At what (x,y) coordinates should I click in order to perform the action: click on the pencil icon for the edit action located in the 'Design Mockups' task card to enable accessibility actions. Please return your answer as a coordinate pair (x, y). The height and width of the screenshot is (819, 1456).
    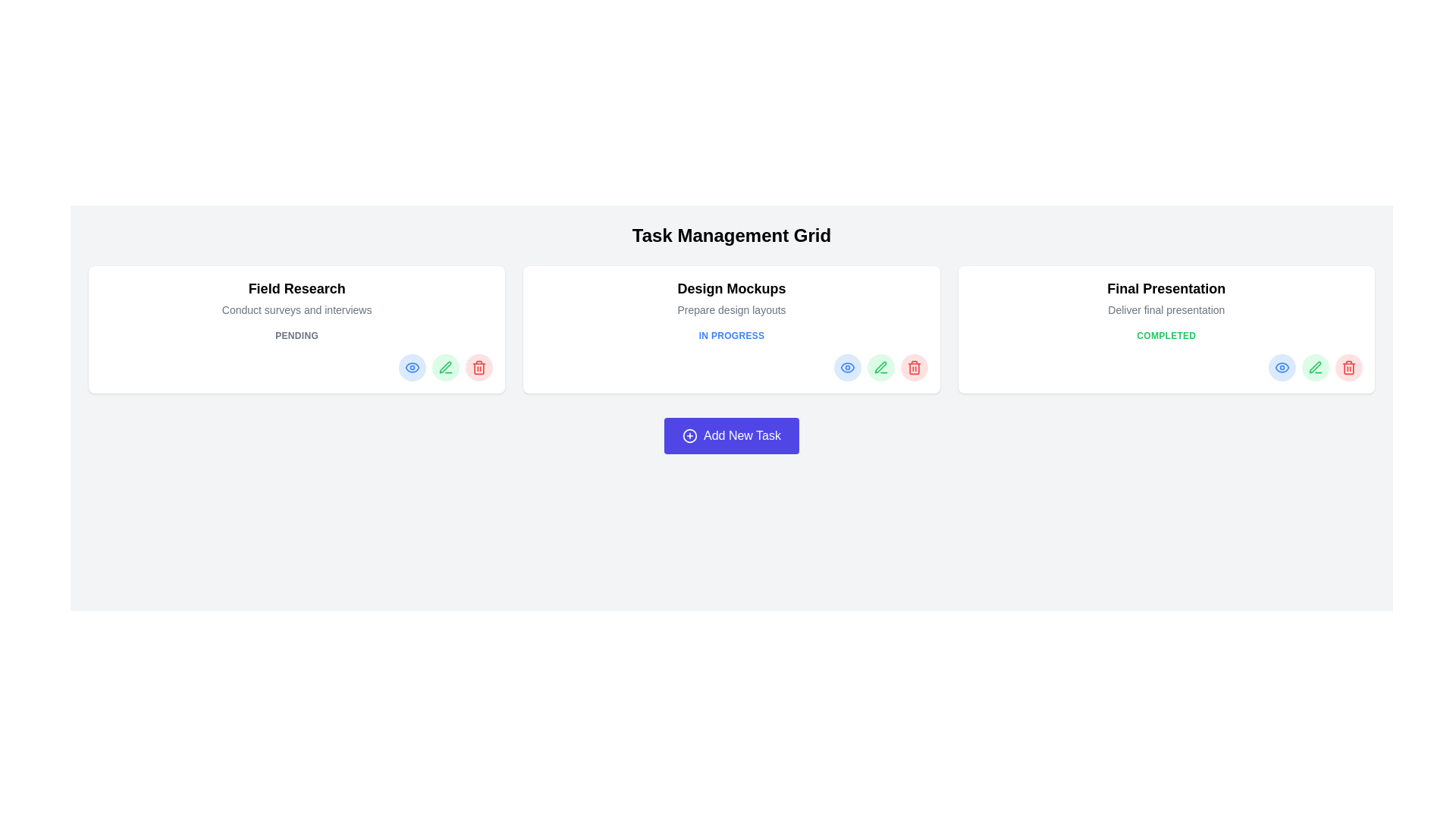
    Looking at the image, I should click on (880, 367).